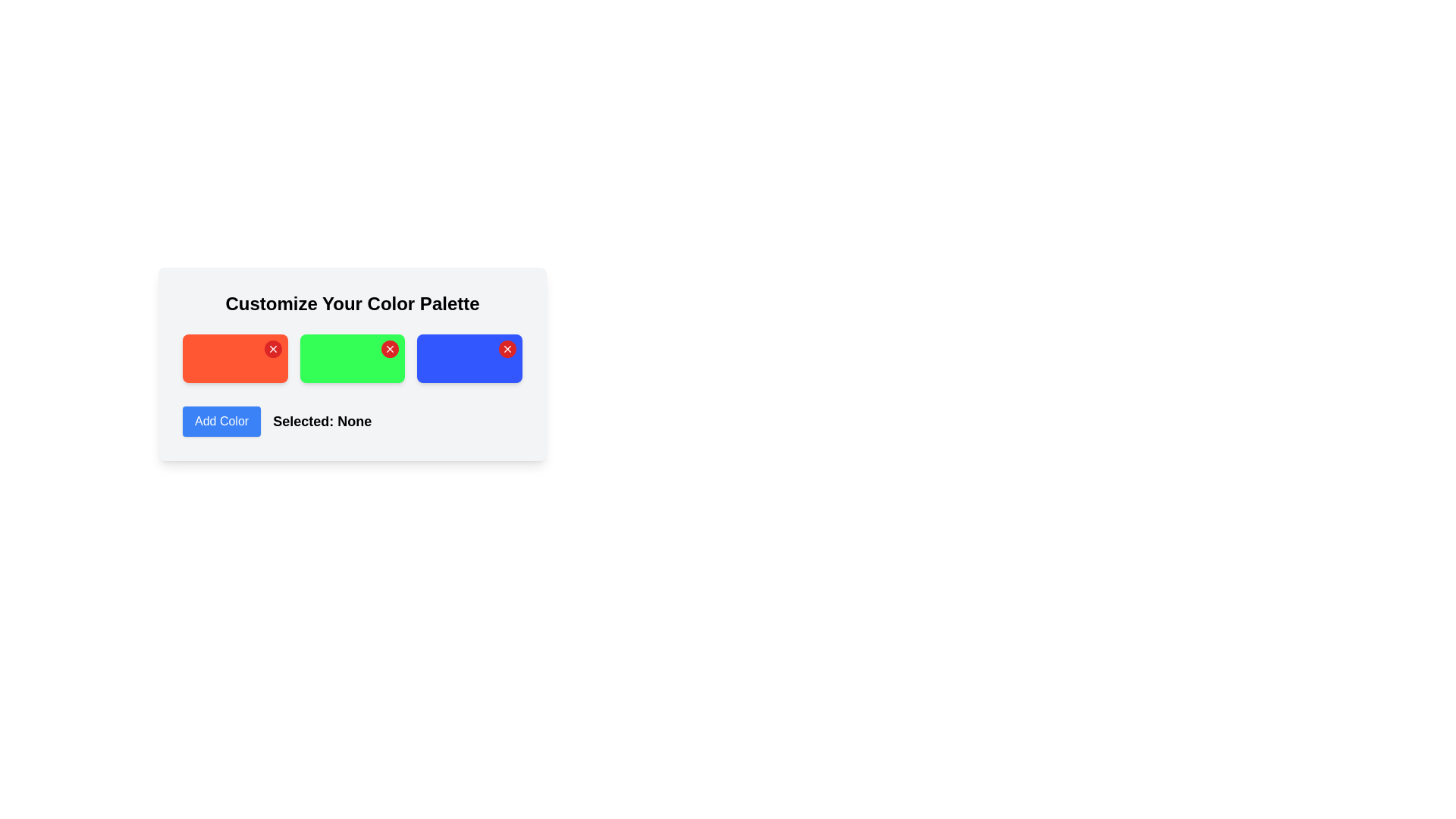  Describe the element at coordinates (352, 359) in the screenshot. I see `the vivid green button located between the red and blue rectangles, beneath the label 'Customize Your Color Palette'` at that location.